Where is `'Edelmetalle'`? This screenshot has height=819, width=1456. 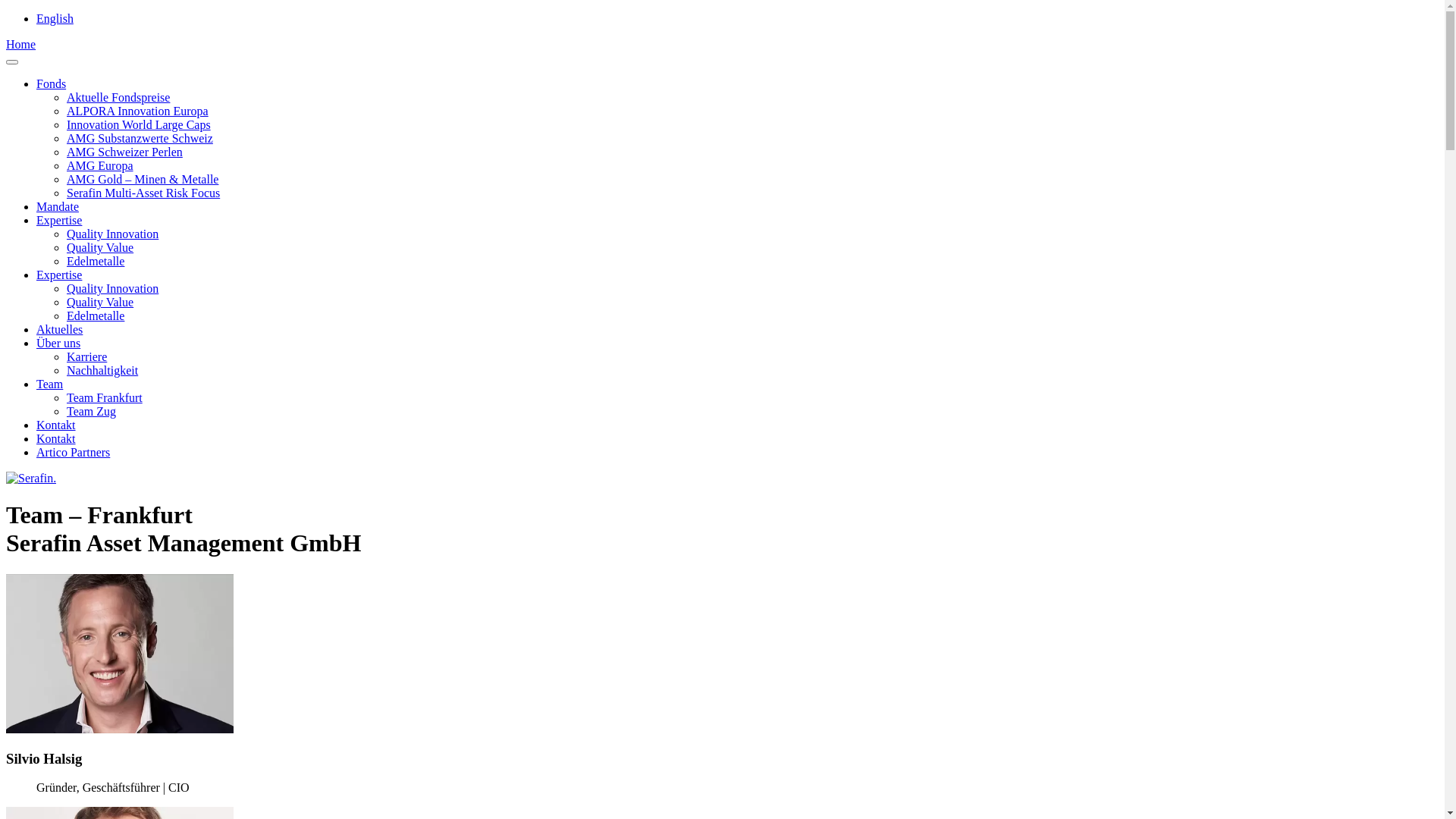 'Edelmetalle' is located at coordinates (94, 315).